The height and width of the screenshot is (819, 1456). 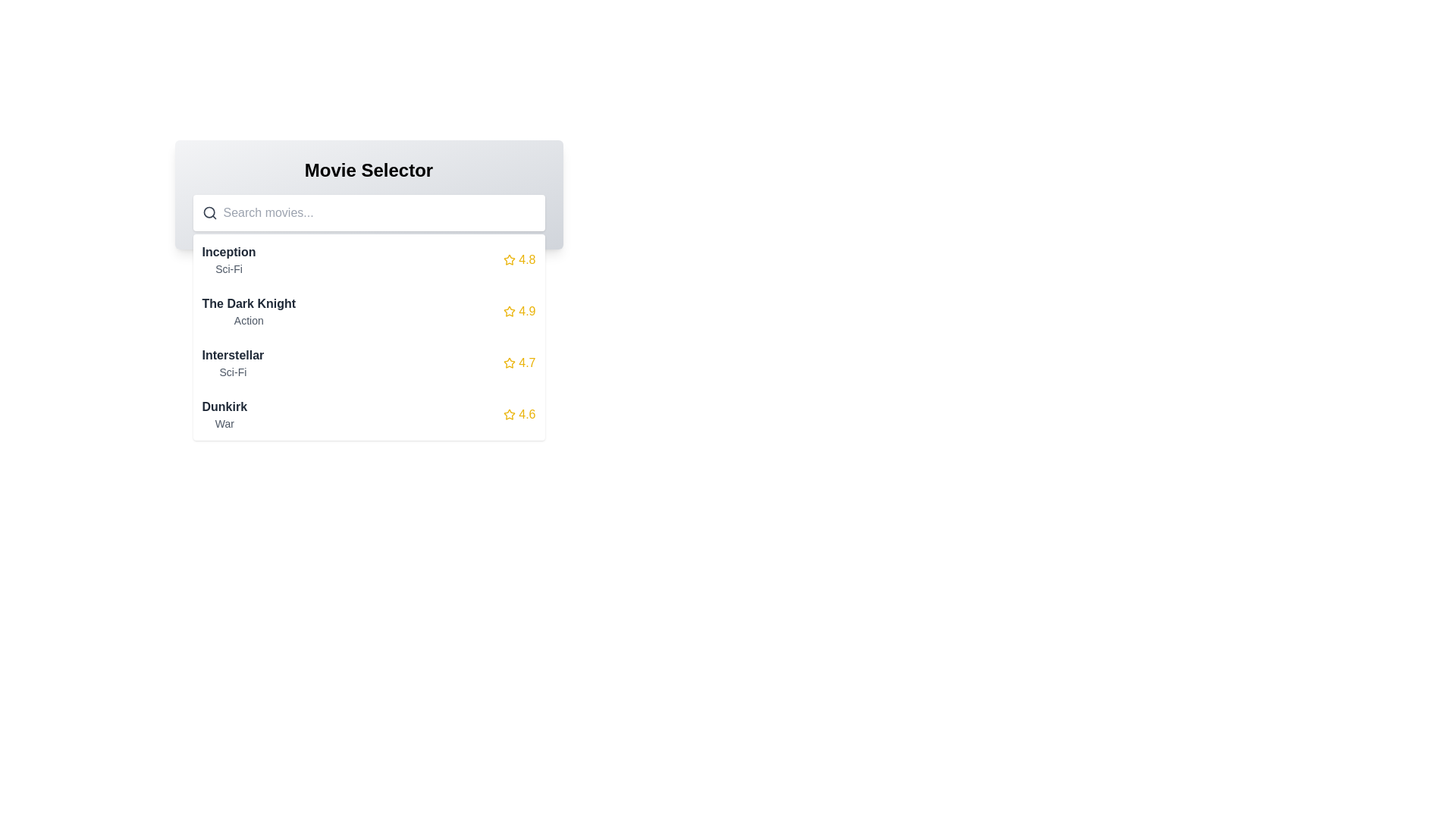 What do you see at coordinates (519, 311) in the screenshot?
I see `contents of the rating element displaying '4.9' with a star icon, located in the rightmost section of the row for the movie 'The Dark Knight'` at bounding box center [519, 311].